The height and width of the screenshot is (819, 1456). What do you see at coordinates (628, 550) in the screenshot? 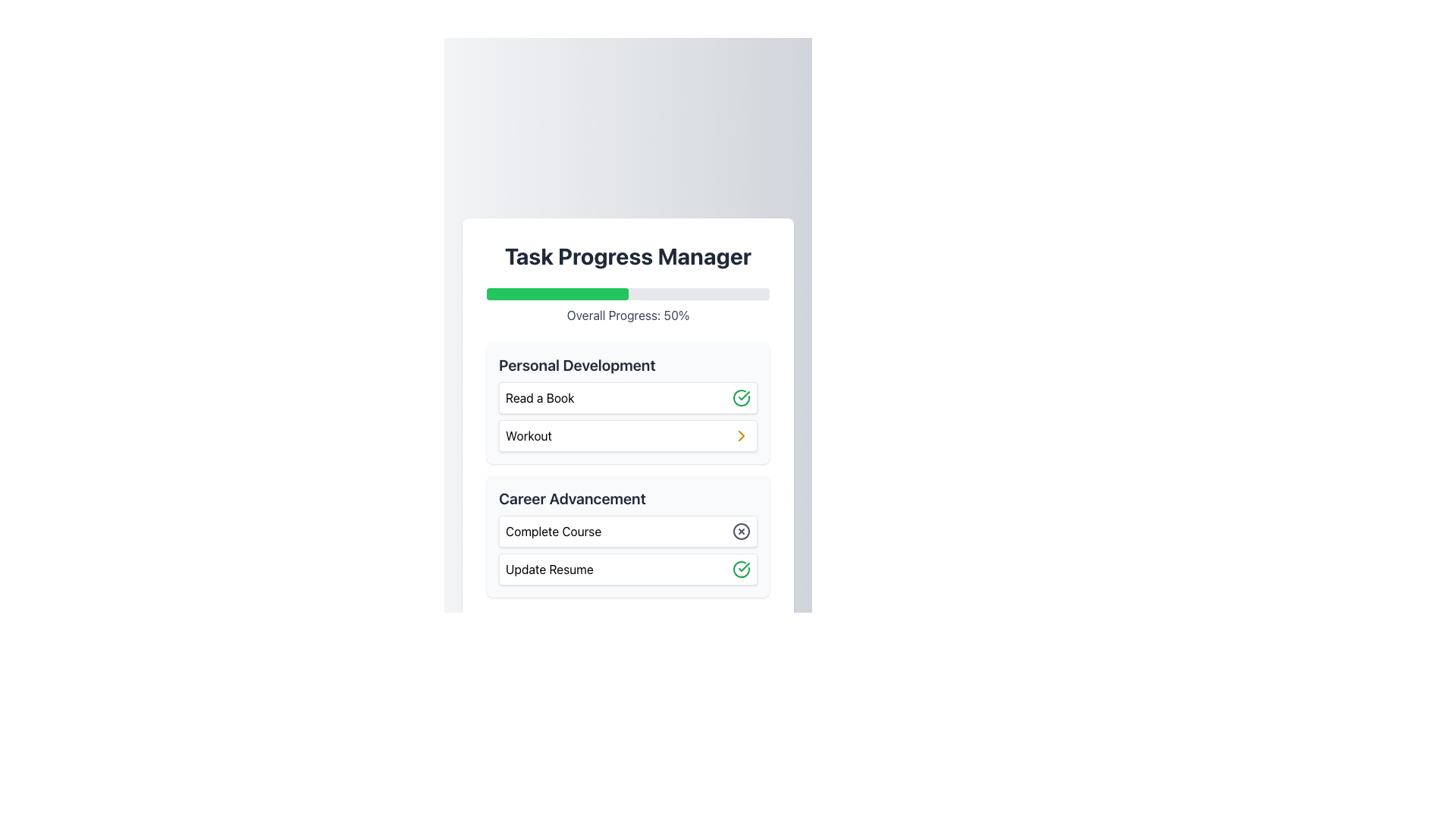
I see `the individual items within the 'Career Advancement' section, specifically on the 'Complete Course' and 'Update Resume' items, which are styled as bordered and shadowed rectangles` at bounding box center [628, 550].